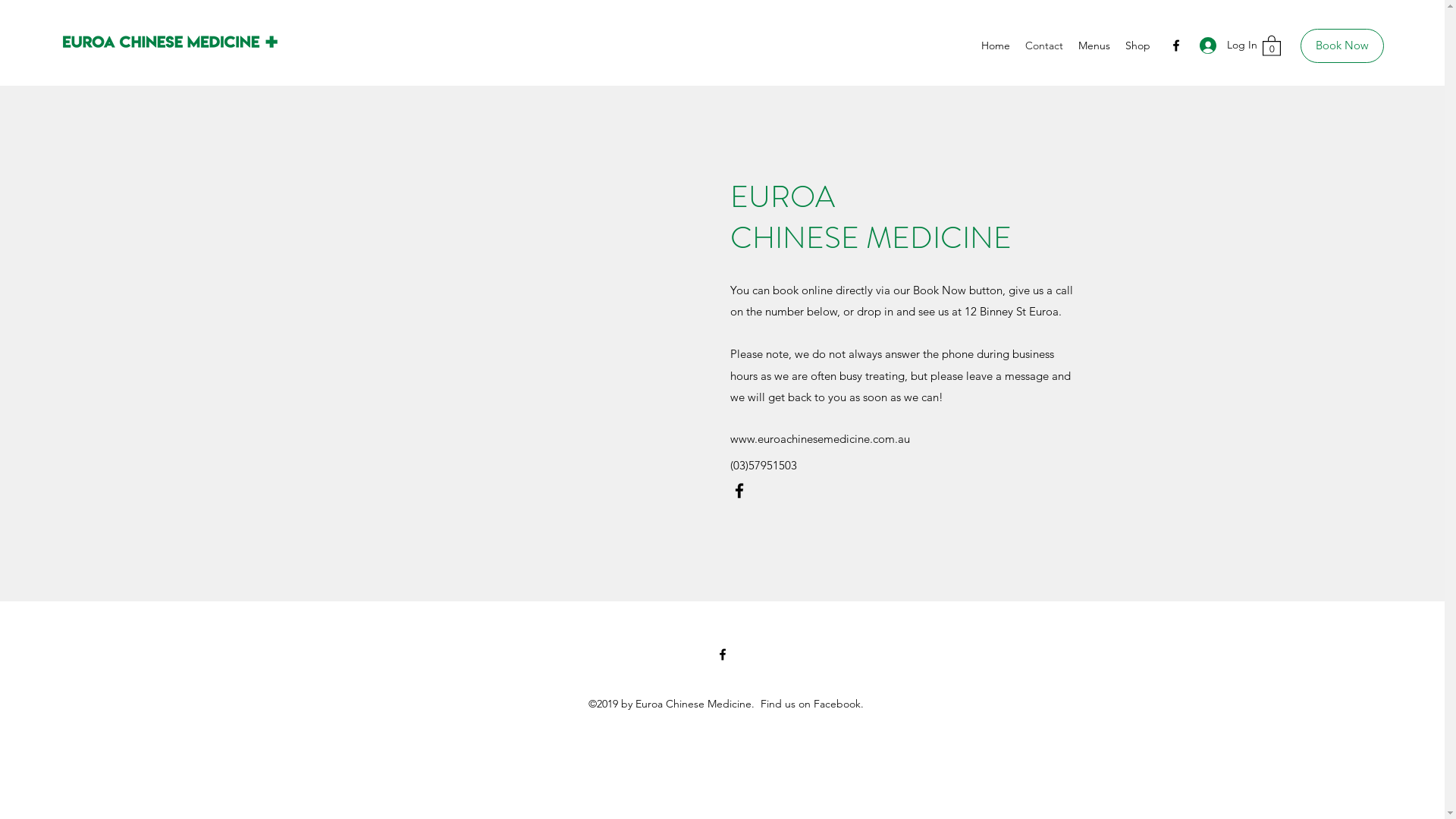 The width and height of the screenshot is (1456, 819). Describe the element at coordinates (1094, 45) in the screenshot. I see `'Menus'` at that location.